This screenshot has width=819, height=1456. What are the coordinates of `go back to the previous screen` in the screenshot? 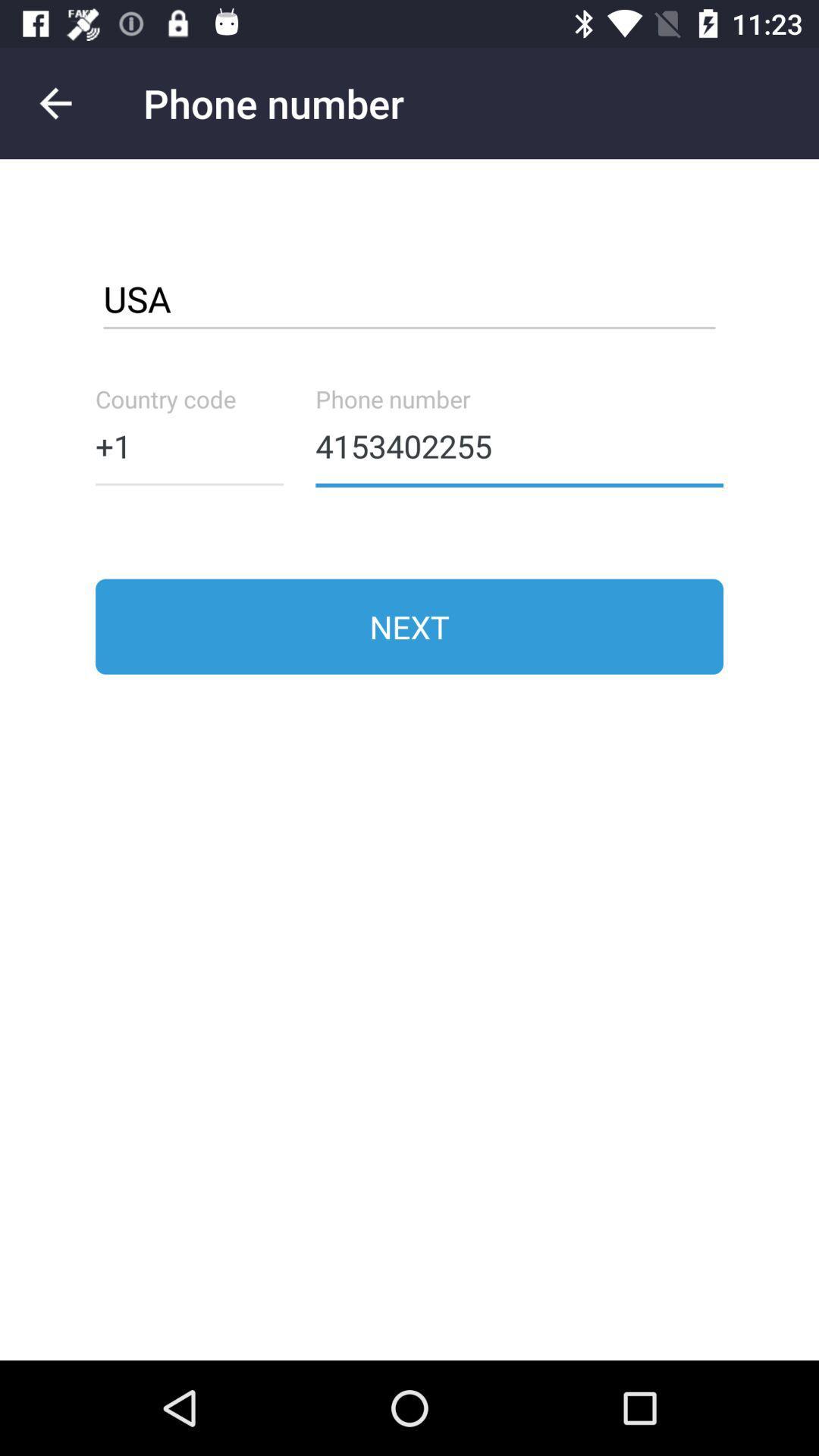 It's located at (55, 102).